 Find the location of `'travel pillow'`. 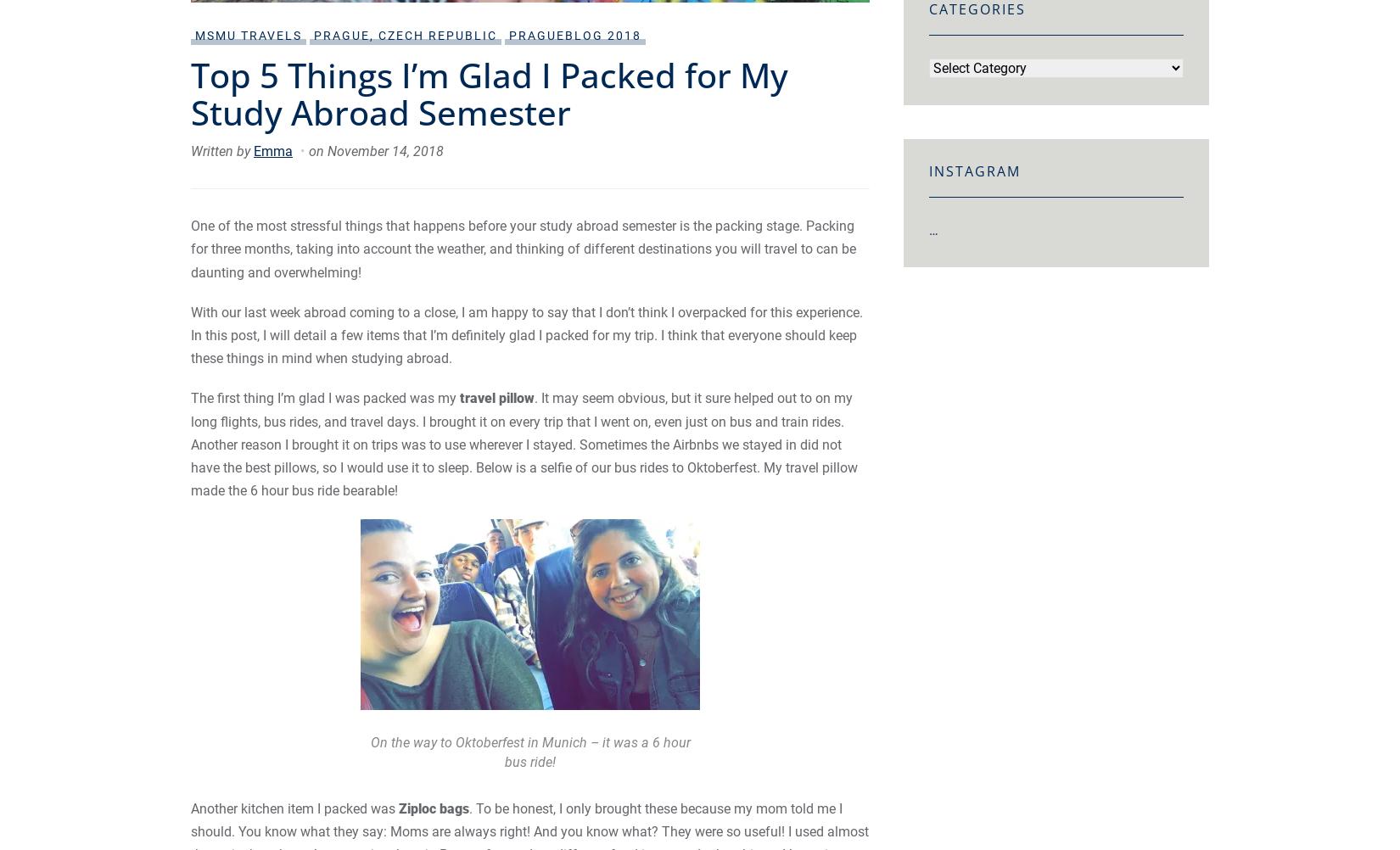

'travel pillow' is located at coordinates (496, 397).